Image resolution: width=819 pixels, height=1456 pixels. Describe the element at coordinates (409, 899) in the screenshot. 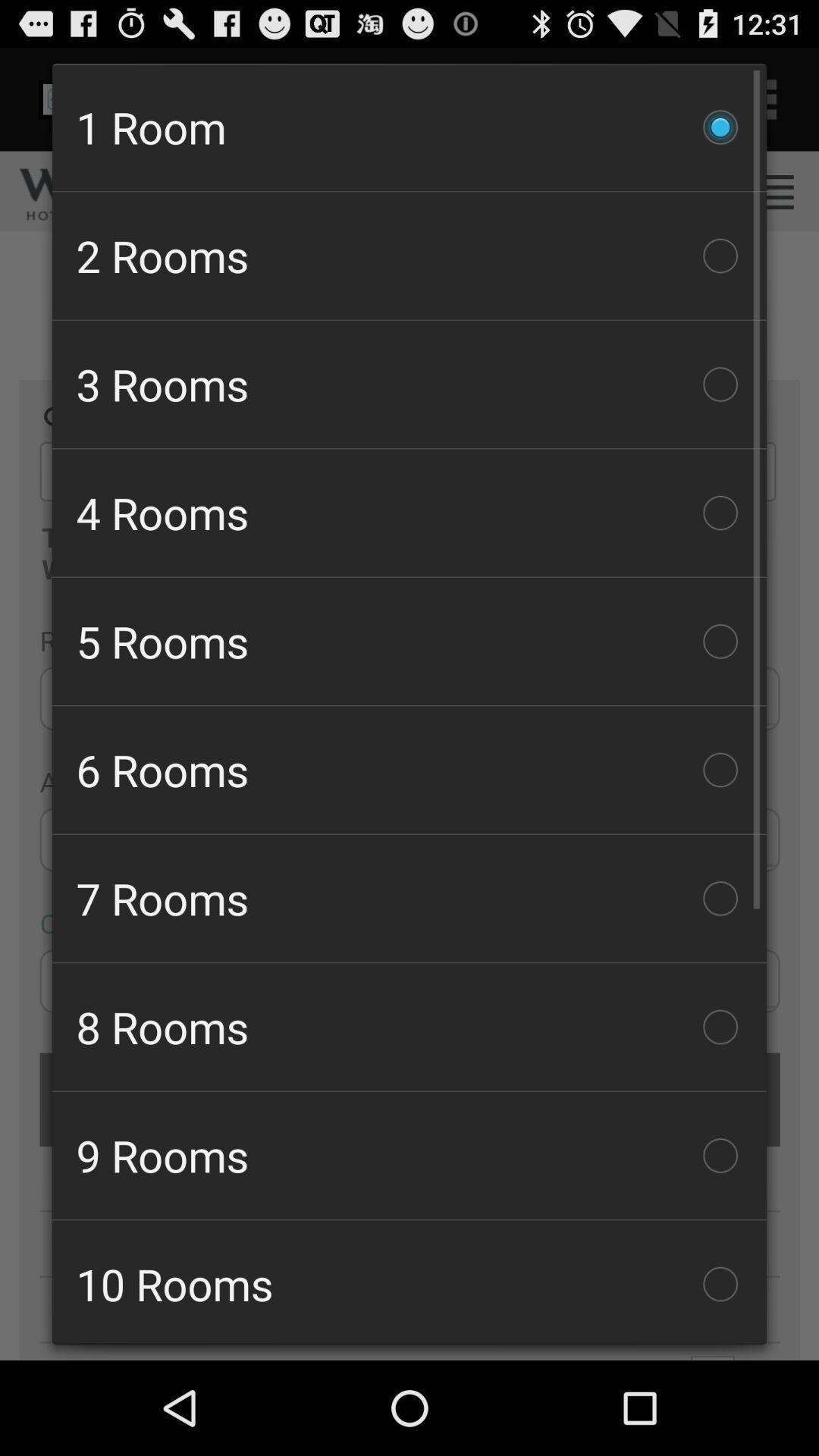

I see `the 7 rooms item` at that location.